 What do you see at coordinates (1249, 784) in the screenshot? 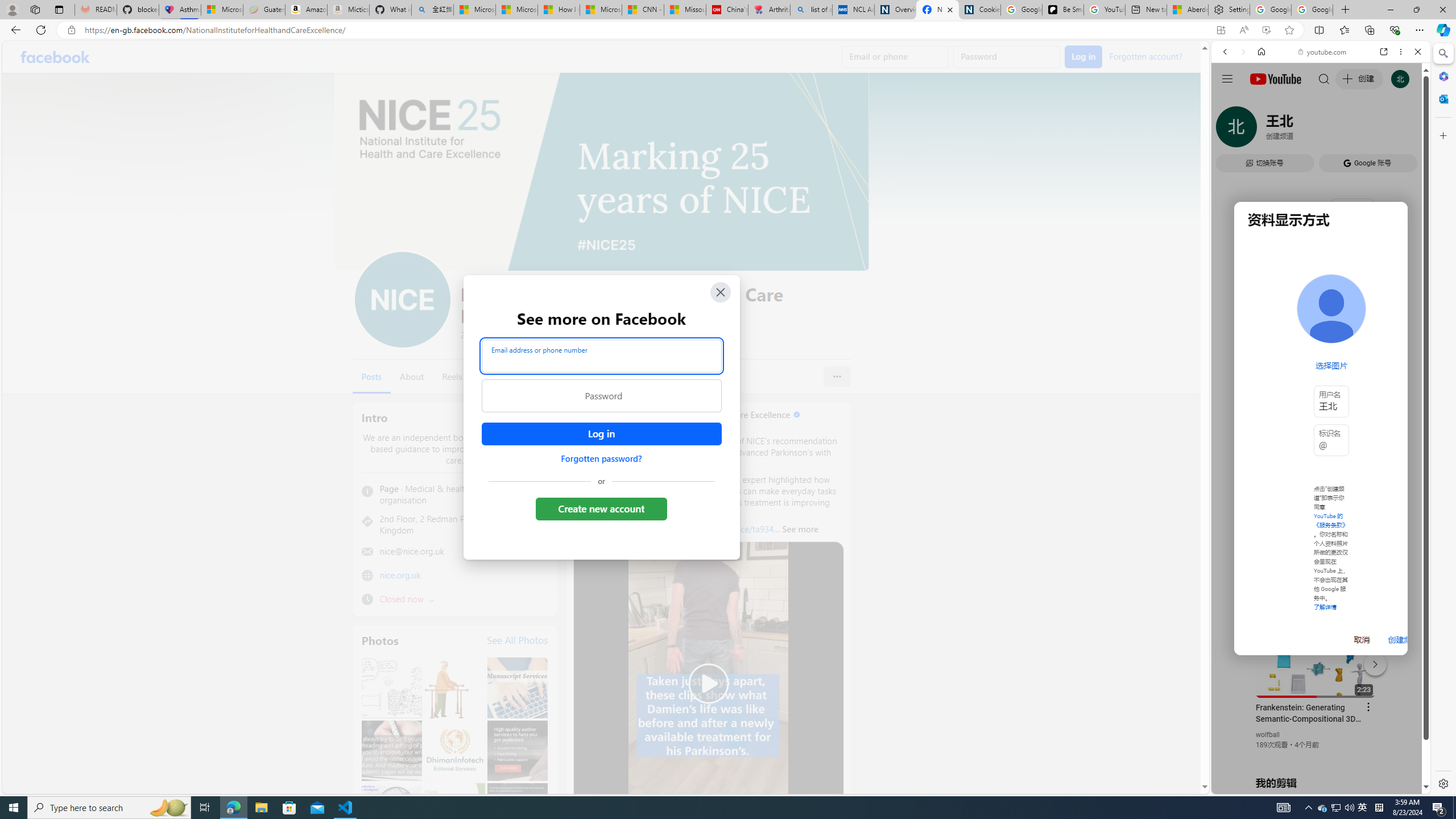
I see `'US[ju]'` at bounding box center [1249, 784].